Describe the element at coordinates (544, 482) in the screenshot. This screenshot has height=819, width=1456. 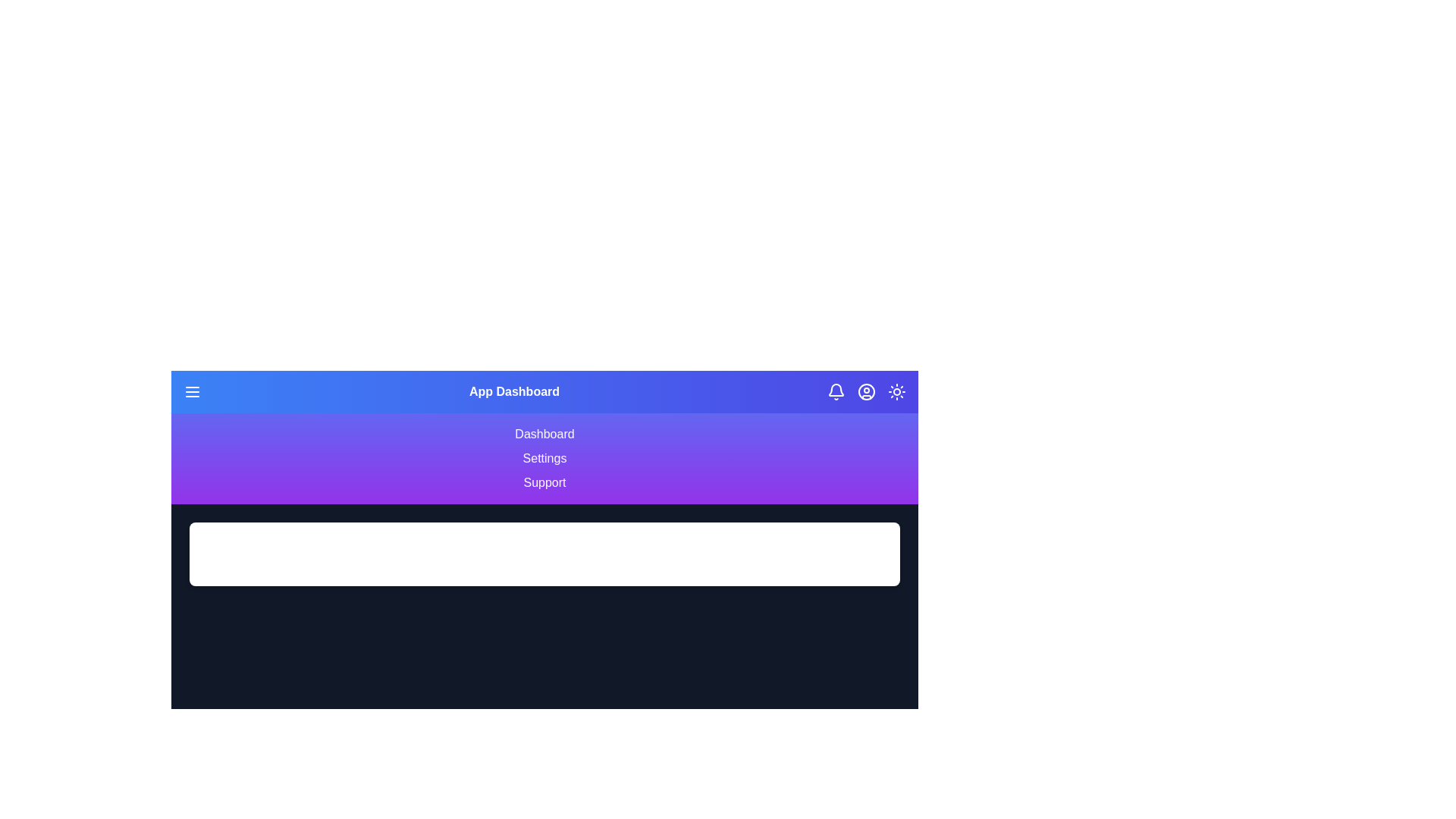
I see `the menu option Support to explore its content` at that location.